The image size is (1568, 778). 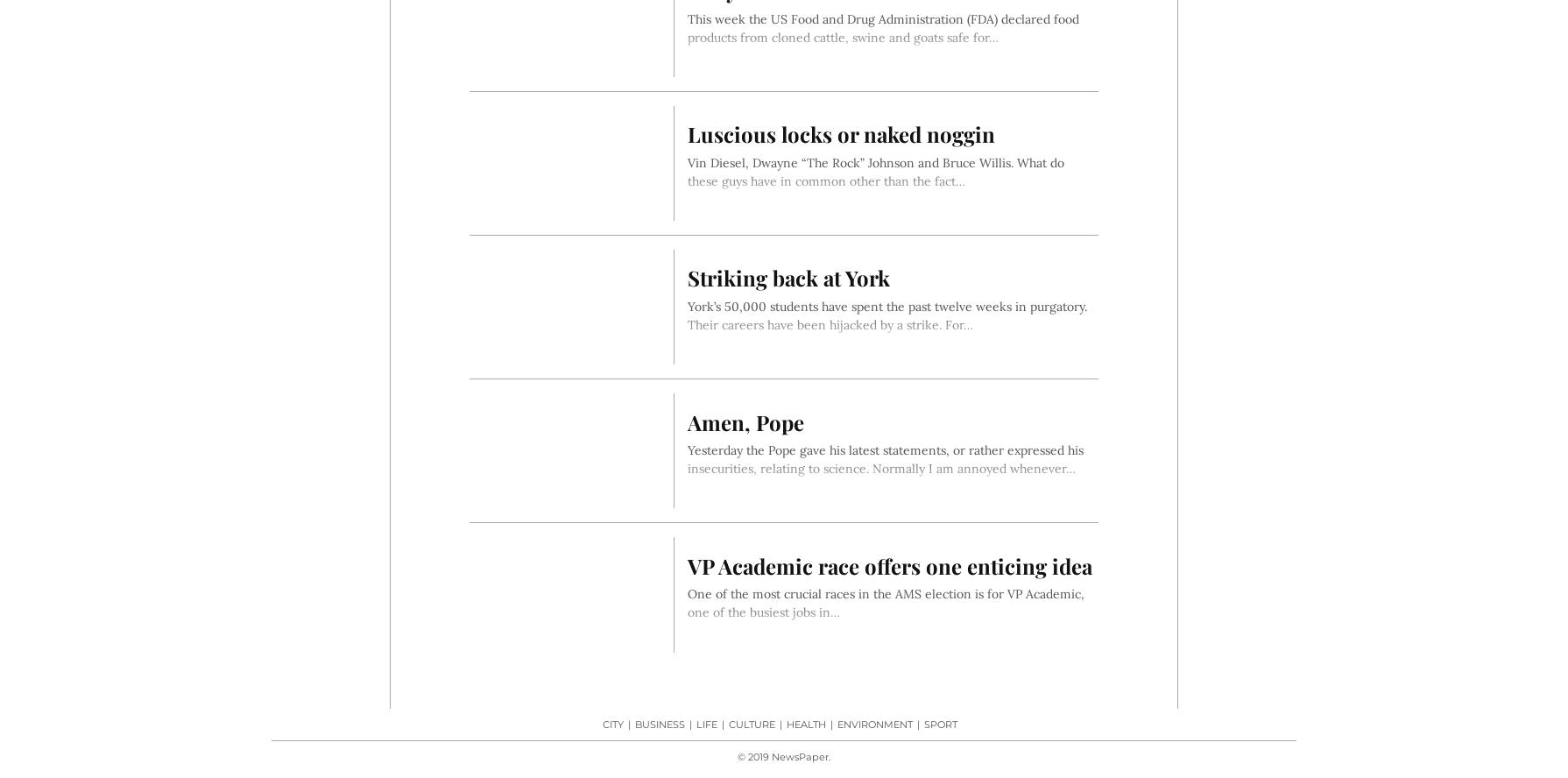 What do you see at coordinates (686, 28) in the screenshot?
I see `'This week the US Food and Drug Administration (FDA) declared food products from cloned cattle, swine and goats safe for…'` at bounding box center [686, 28].